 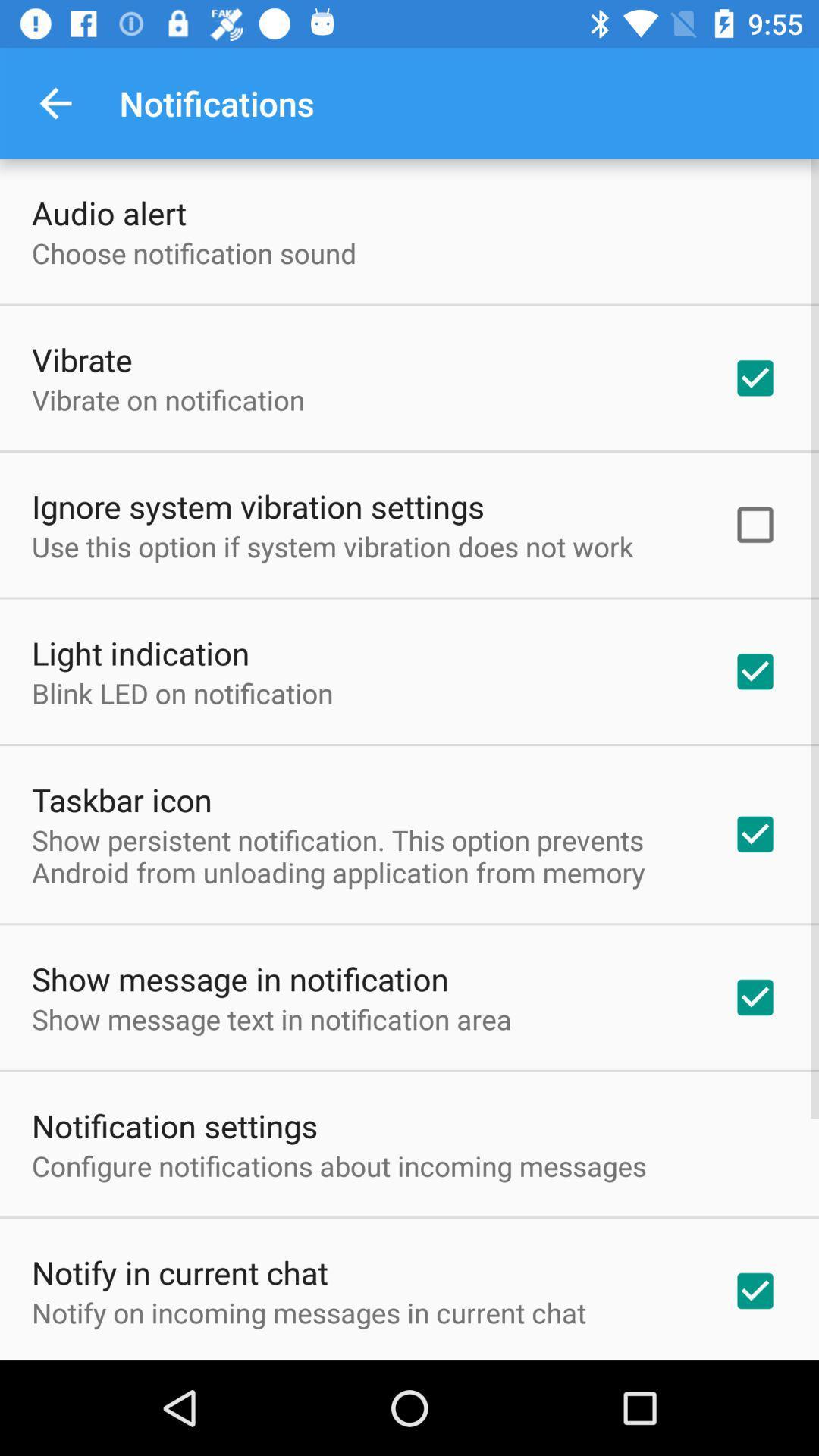 What do you see at coordinates (308, 1312) in the screenshot?
I see `notify on incoming` at bounding box center [308, 1312].